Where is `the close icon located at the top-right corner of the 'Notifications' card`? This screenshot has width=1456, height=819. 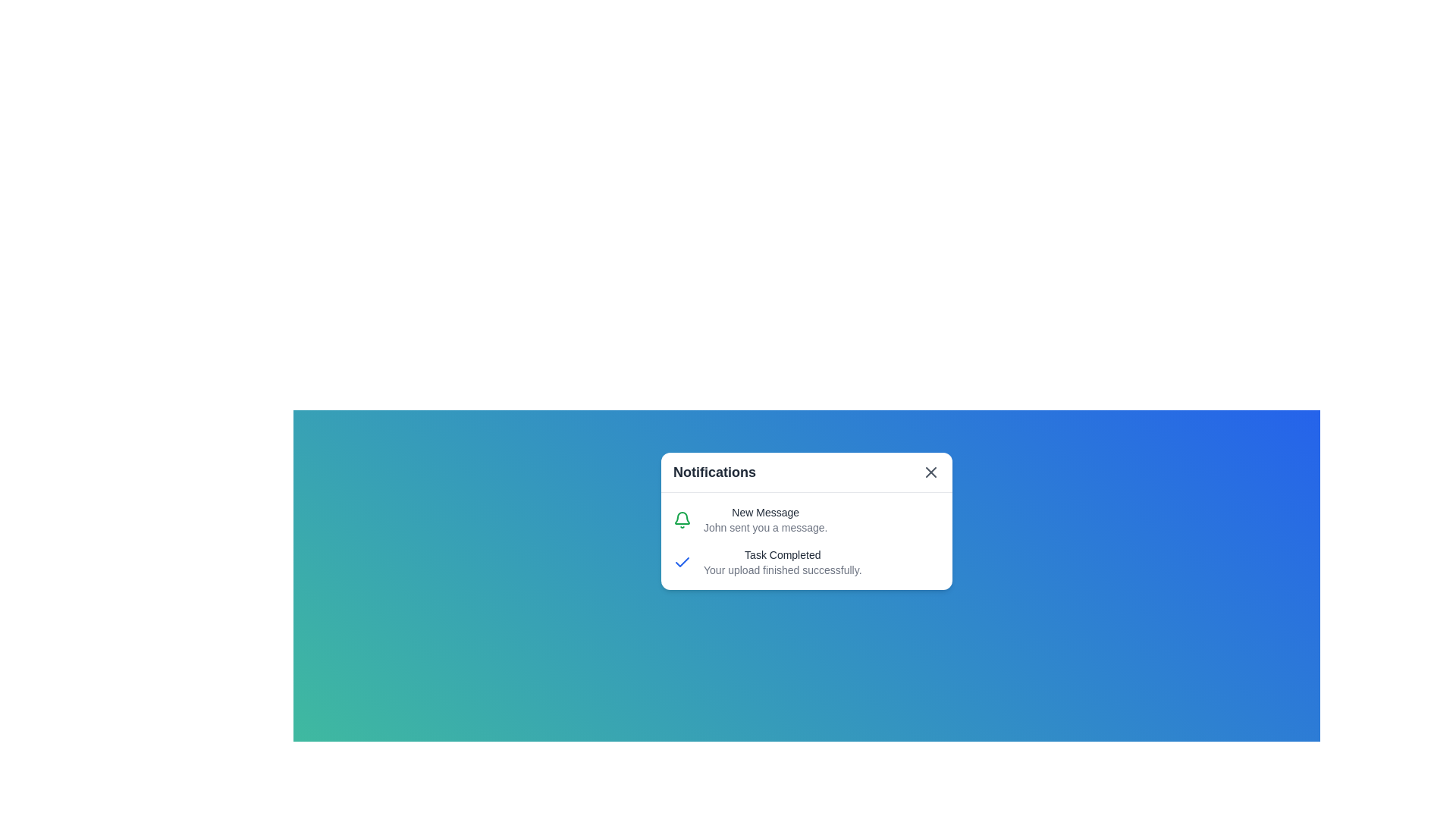 the close icon located at the top-right corner of the 'Notifications' card is located at coordinates (930, 472).